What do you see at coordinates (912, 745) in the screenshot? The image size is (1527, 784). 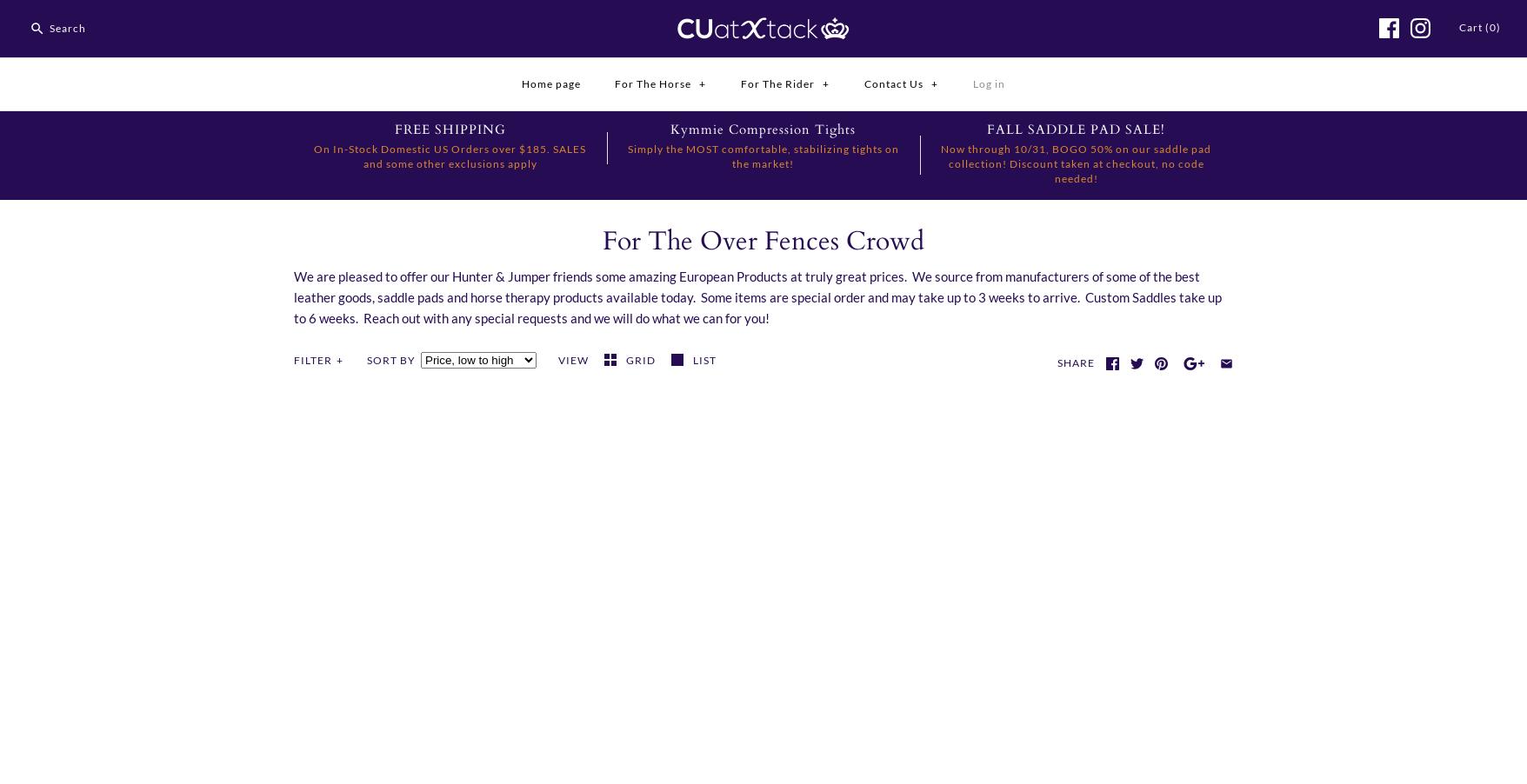 I see `'$24.00'` at bounding box center [912, 745].